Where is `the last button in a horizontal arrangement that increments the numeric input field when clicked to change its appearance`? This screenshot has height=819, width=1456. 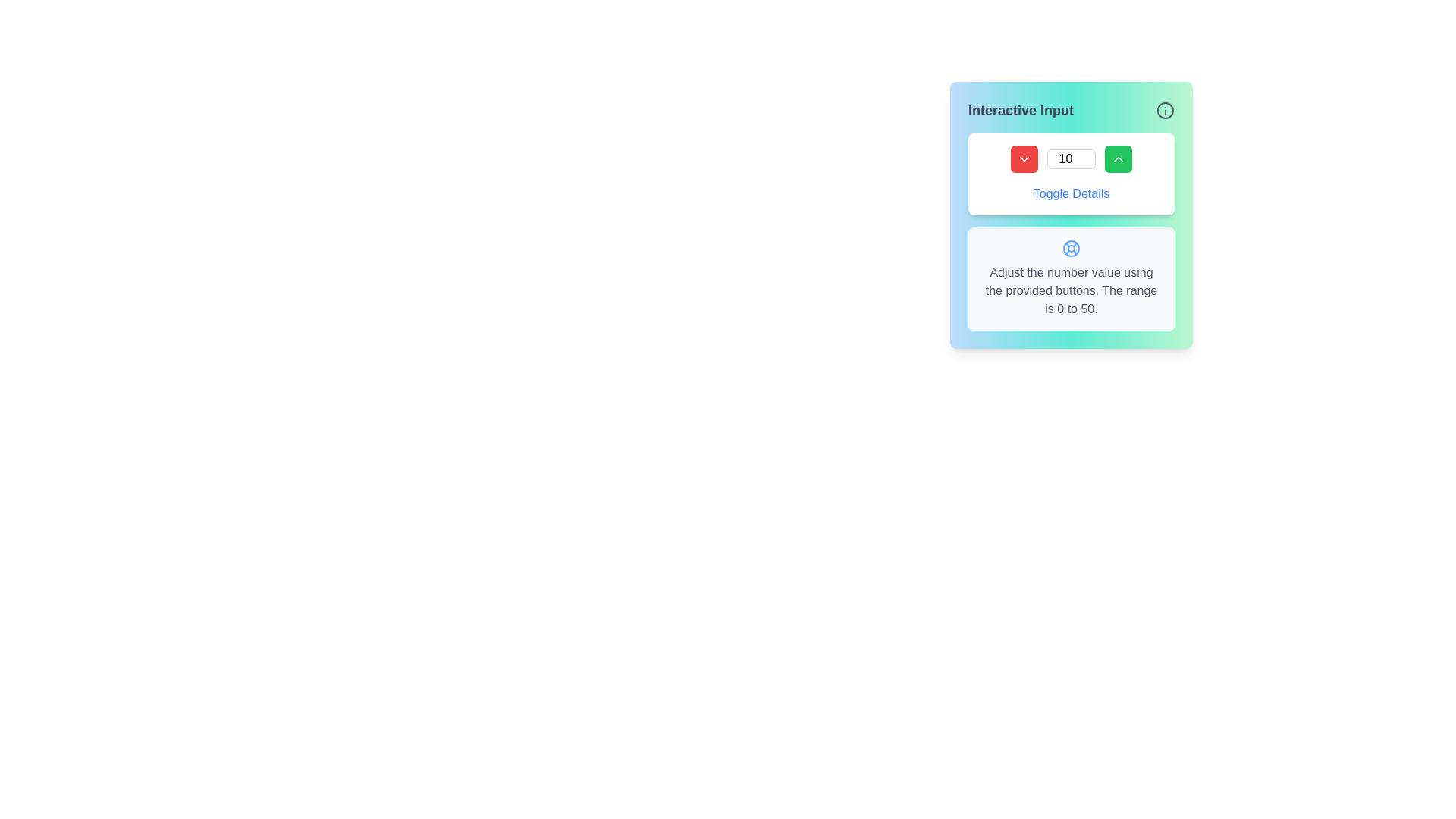
the last button in a horizontal arrangement that increments the numeric input field when clicked to change its appearance is located at coordinates (1118, 158).